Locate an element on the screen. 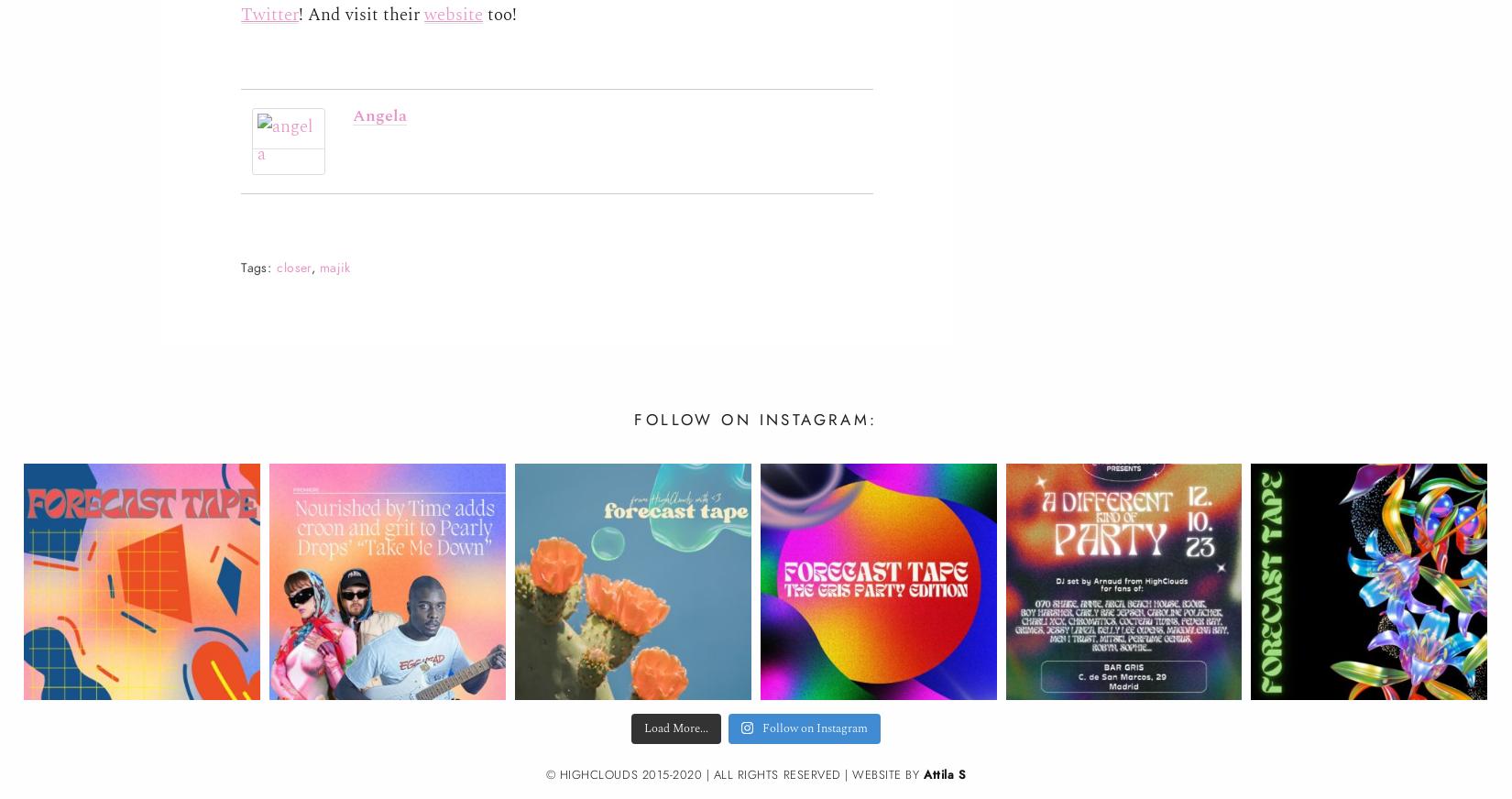  'Attila S' is located at coordinates (944, 775).